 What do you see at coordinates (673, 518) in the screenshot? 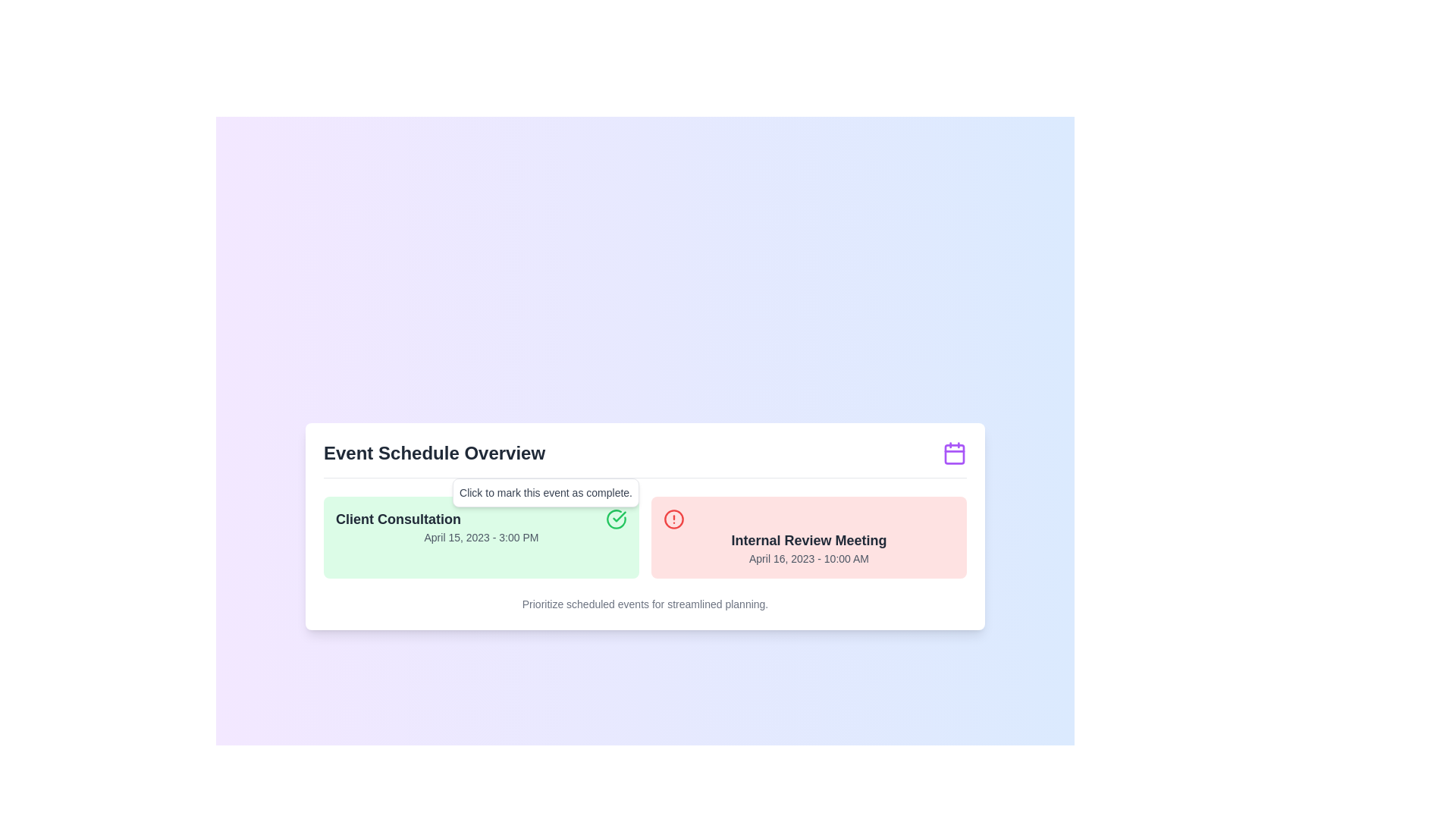
I see `the circular alert indicator icon located on the upper-left corner of the 'Internal Review Meeting' panel, adjacent to the 'Event Schedule Overview' title` at bounding box center [673, 518].